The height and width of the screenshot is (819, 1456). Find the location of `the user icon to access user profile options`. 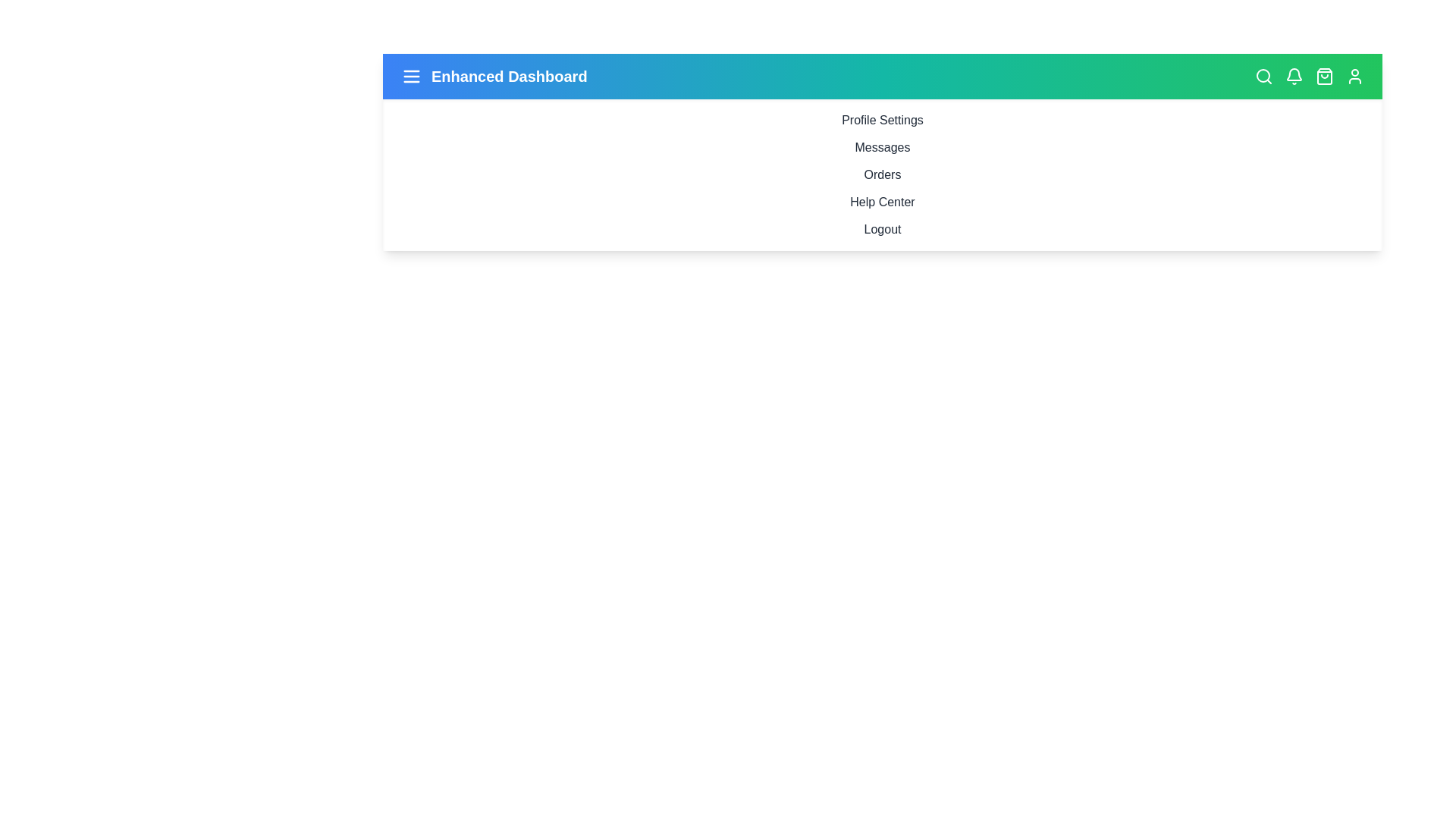

the user icon to access user profile options is located at coordinates (1354, 76).